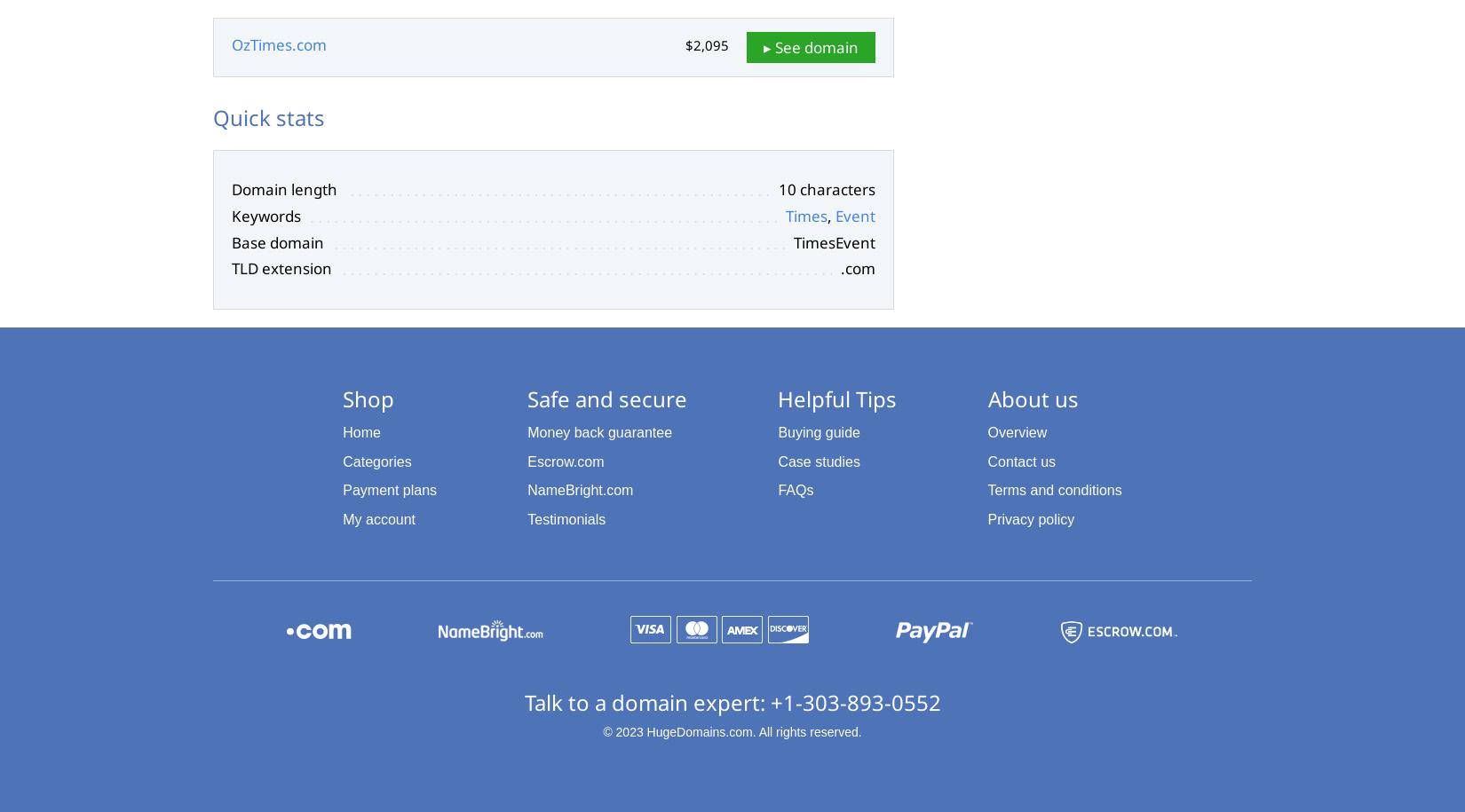  I want to click on 'Keywords', so click(265, 215).